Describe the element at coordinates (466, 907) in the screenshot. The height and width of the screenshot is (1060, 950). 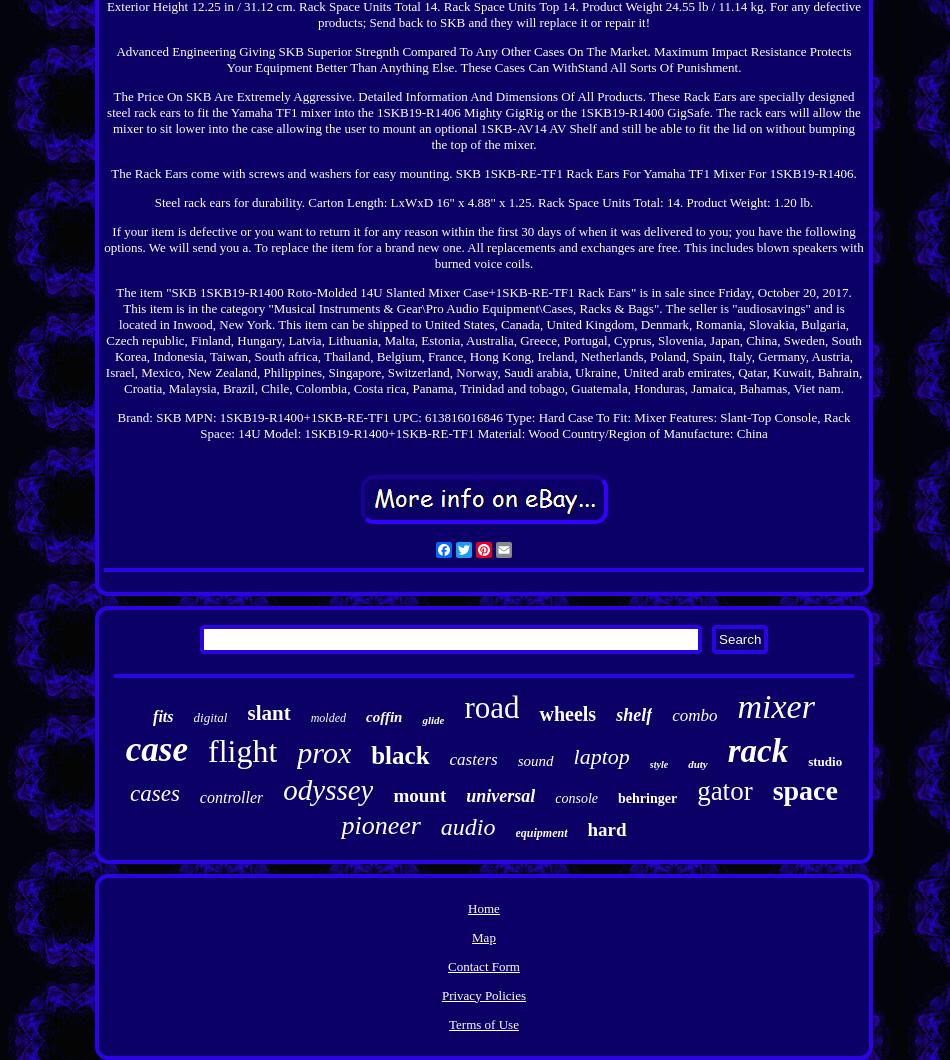
I see `'Home'` at that location.